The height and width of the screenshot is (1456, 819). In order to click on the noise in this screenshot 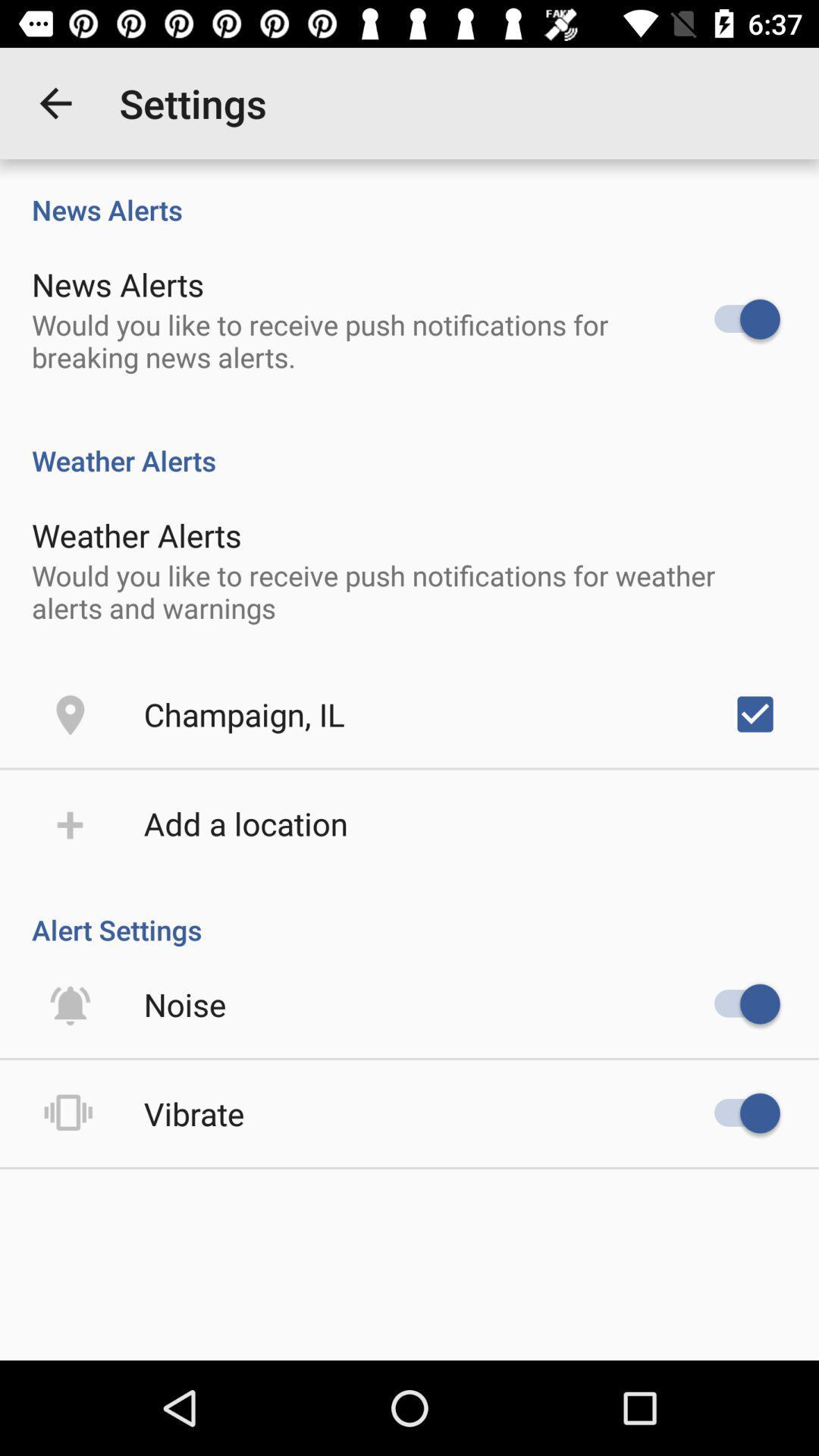, I will do `click(184, 1004)`.